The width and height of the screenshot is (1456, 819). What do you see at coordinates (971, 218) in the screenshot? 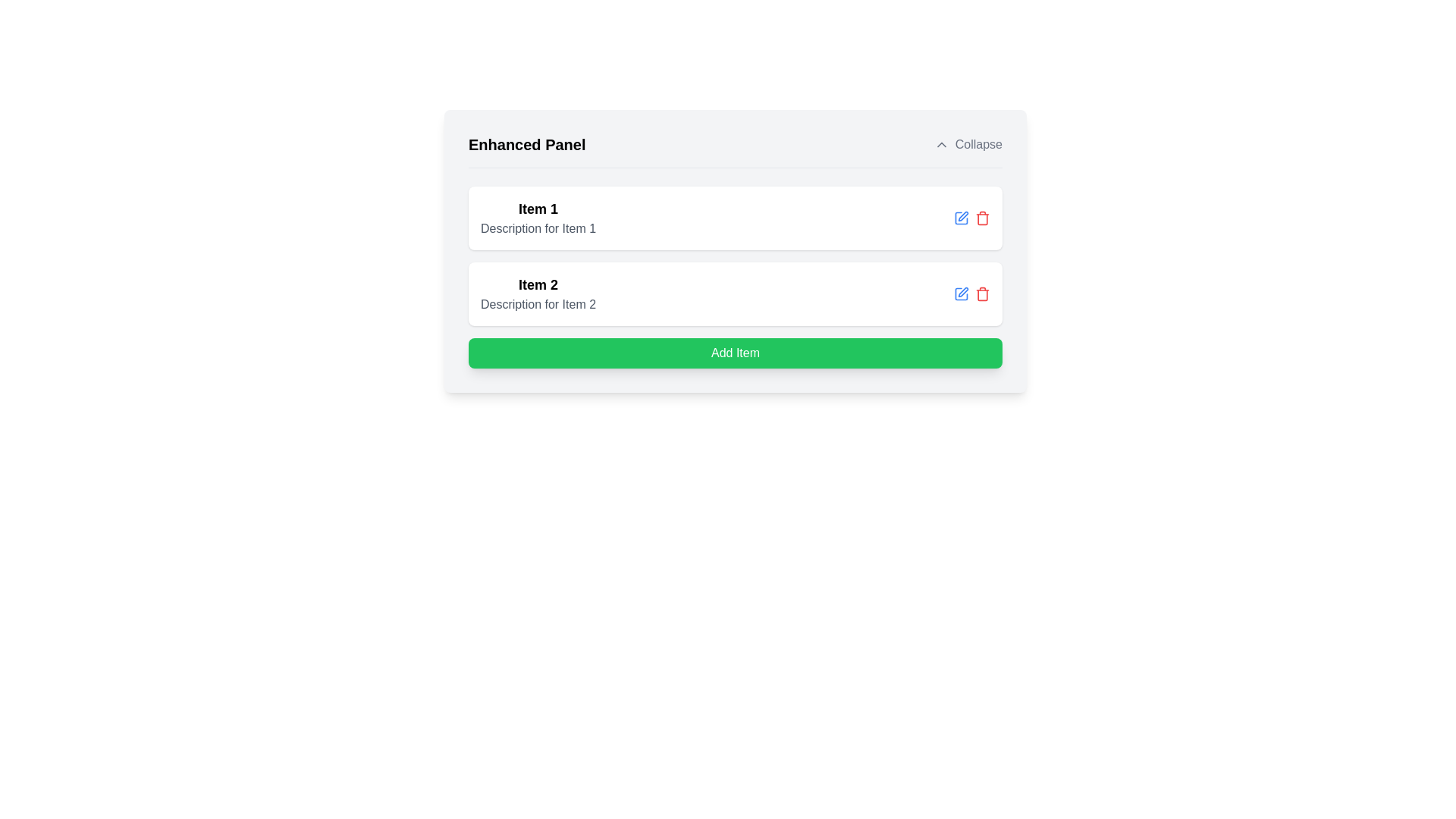
I see `the icon button group located in the top-right corner of the first item card titled 'Item 1'` at bounding box center [971, 218].